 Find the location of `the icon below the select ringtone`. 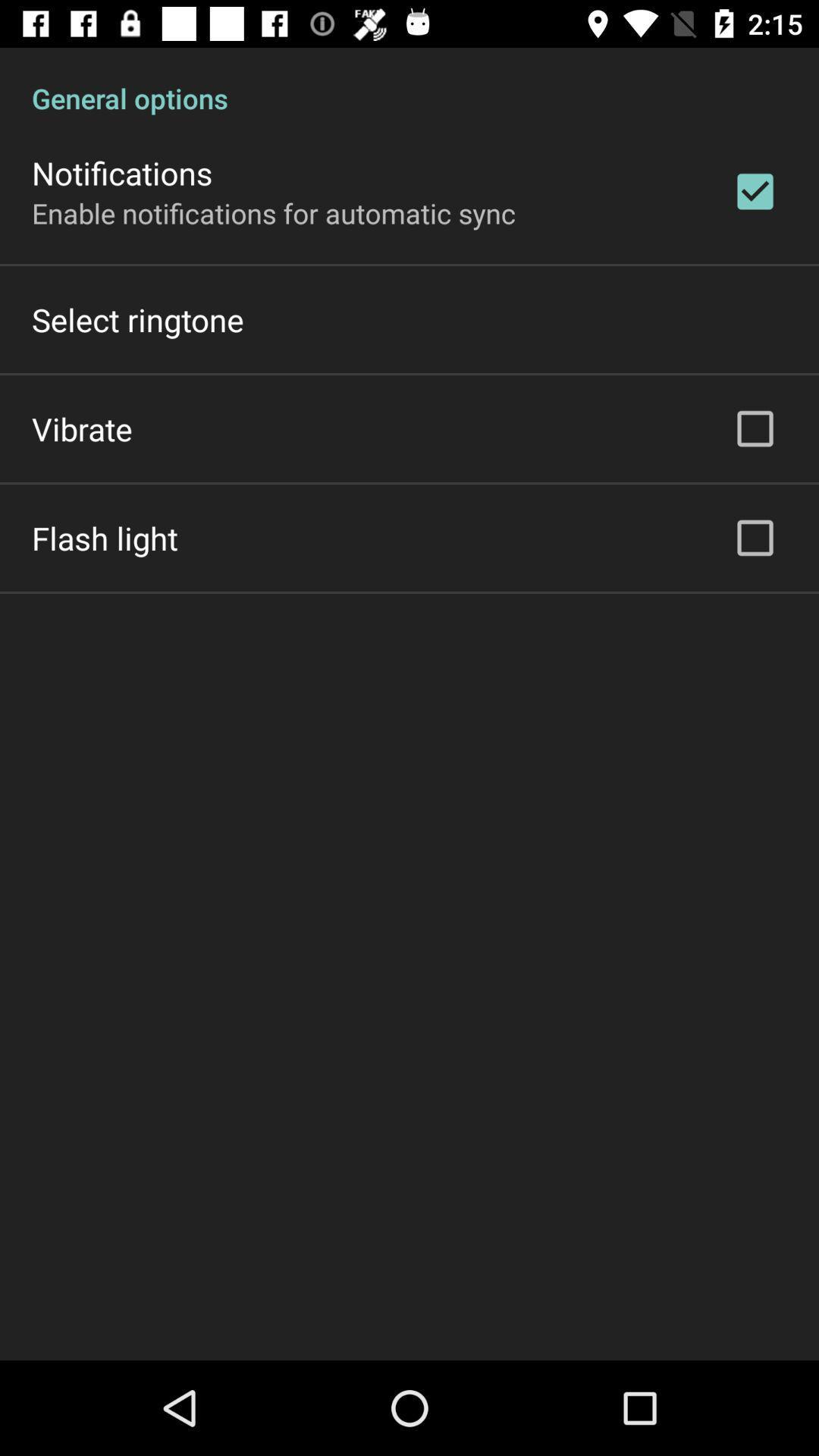

the icon below the select ringtone is located at coordinates (82, 428).